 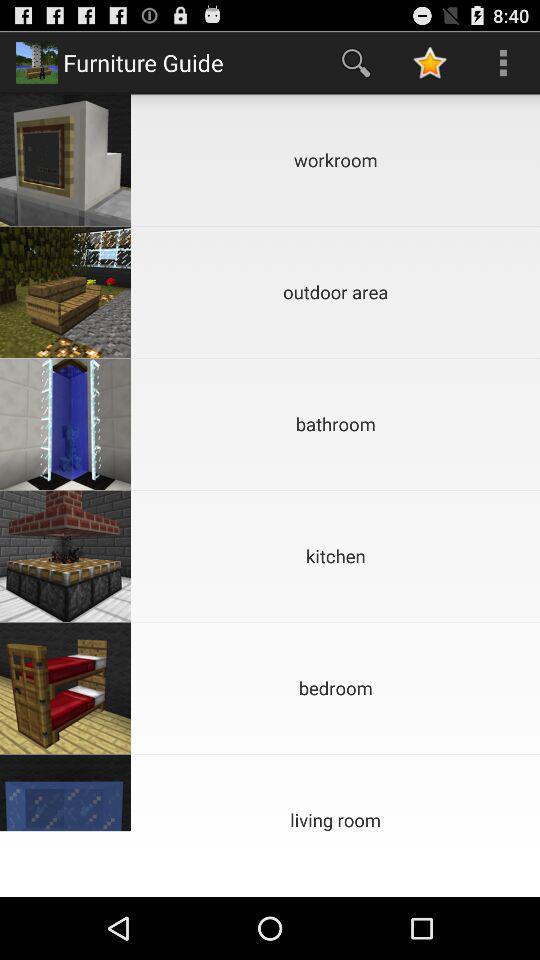 I want to click on the workroom item, so click(x=335, y=159).